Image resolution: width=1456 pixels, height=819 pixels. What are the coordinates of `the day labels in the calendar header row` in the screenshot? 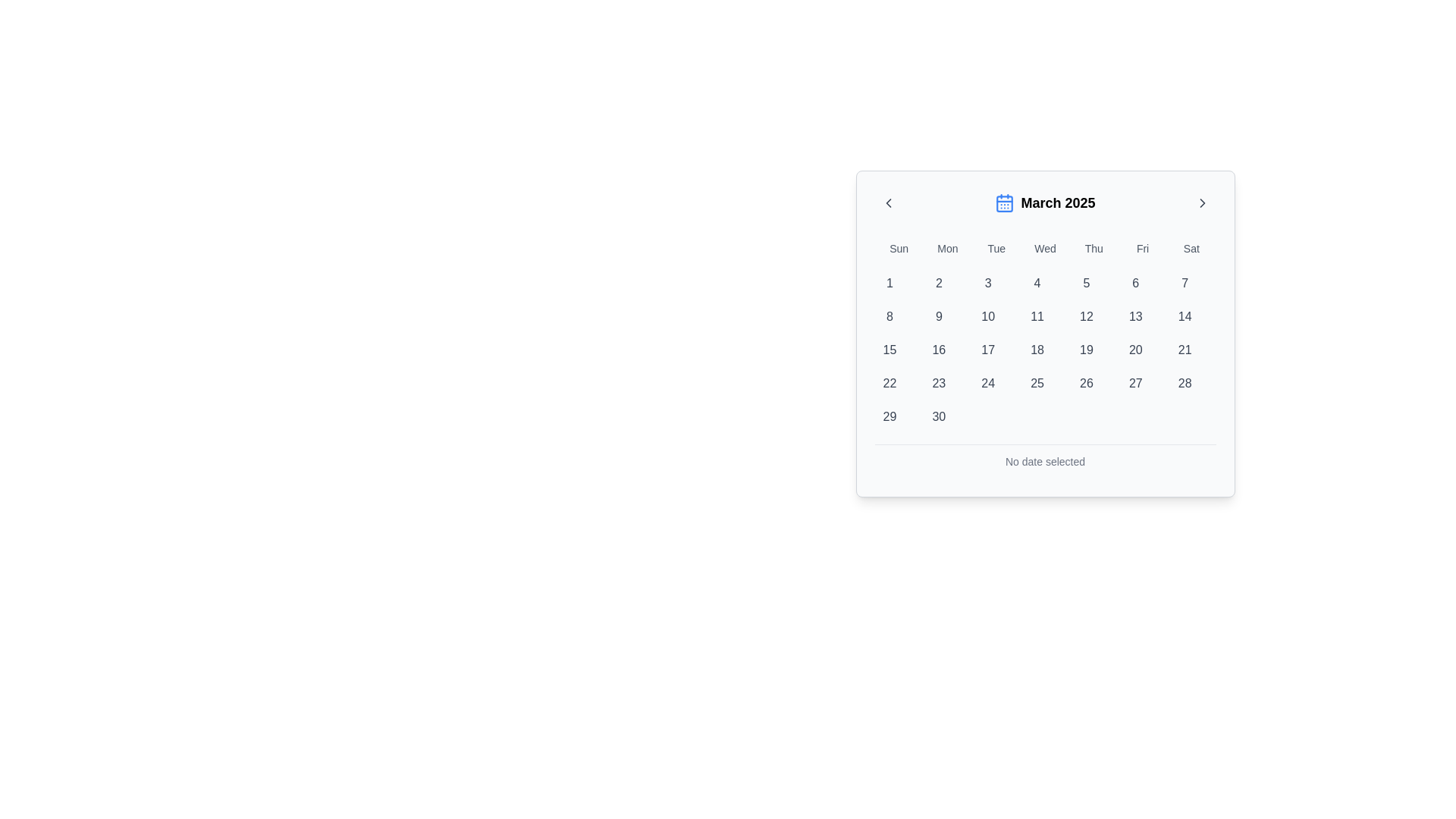 It's located at (1044, 247).